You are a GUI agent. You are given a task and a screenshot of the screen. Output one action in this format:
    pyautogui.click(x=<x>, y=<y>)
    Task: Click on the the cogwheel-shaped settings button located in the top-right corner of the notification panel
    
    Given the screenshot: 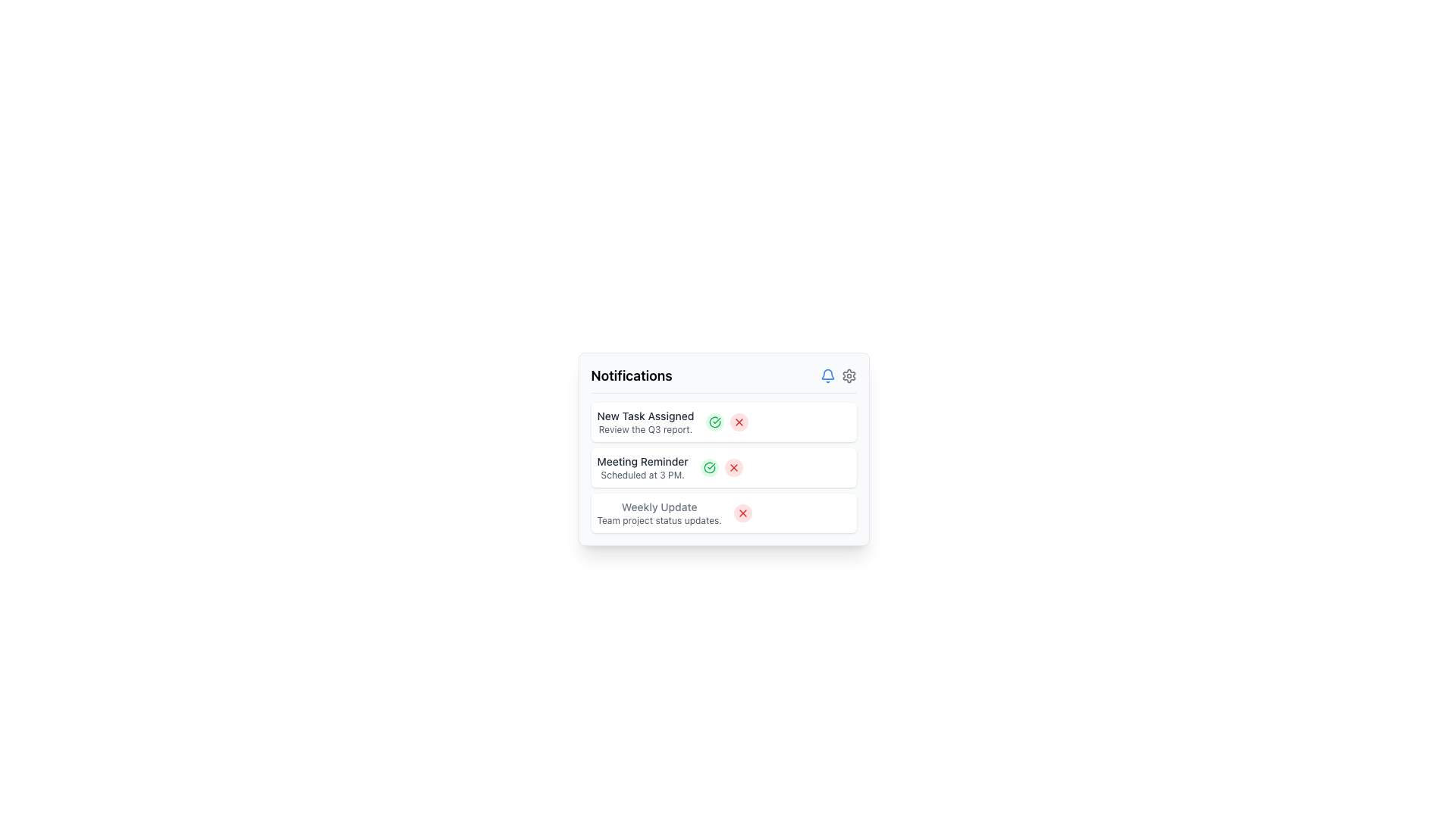 What is the action you would take?
    pyautogui.click(x=848, y=375)
    